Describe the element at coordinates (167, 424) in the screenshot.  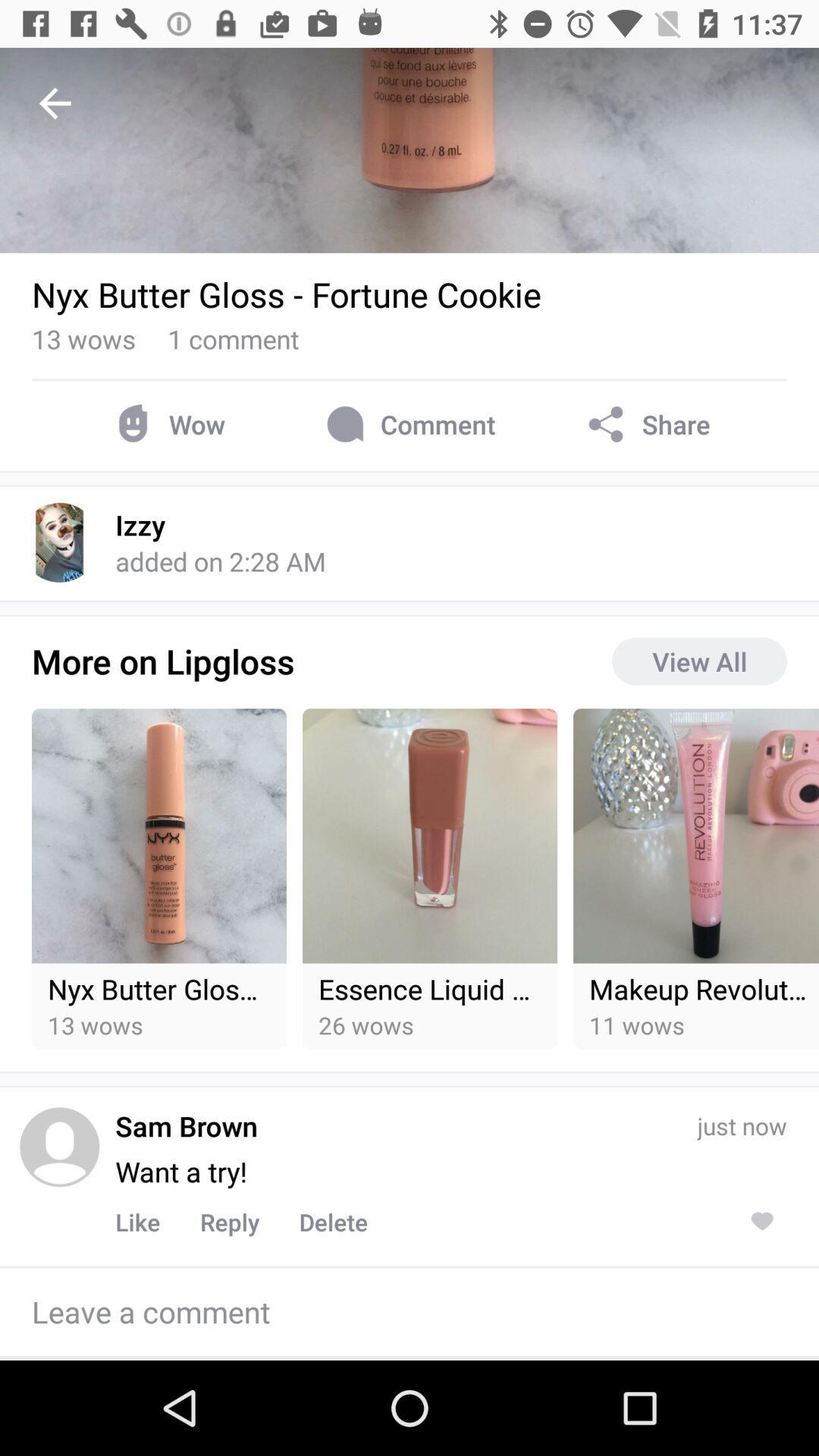
I see `wow item` at that location.